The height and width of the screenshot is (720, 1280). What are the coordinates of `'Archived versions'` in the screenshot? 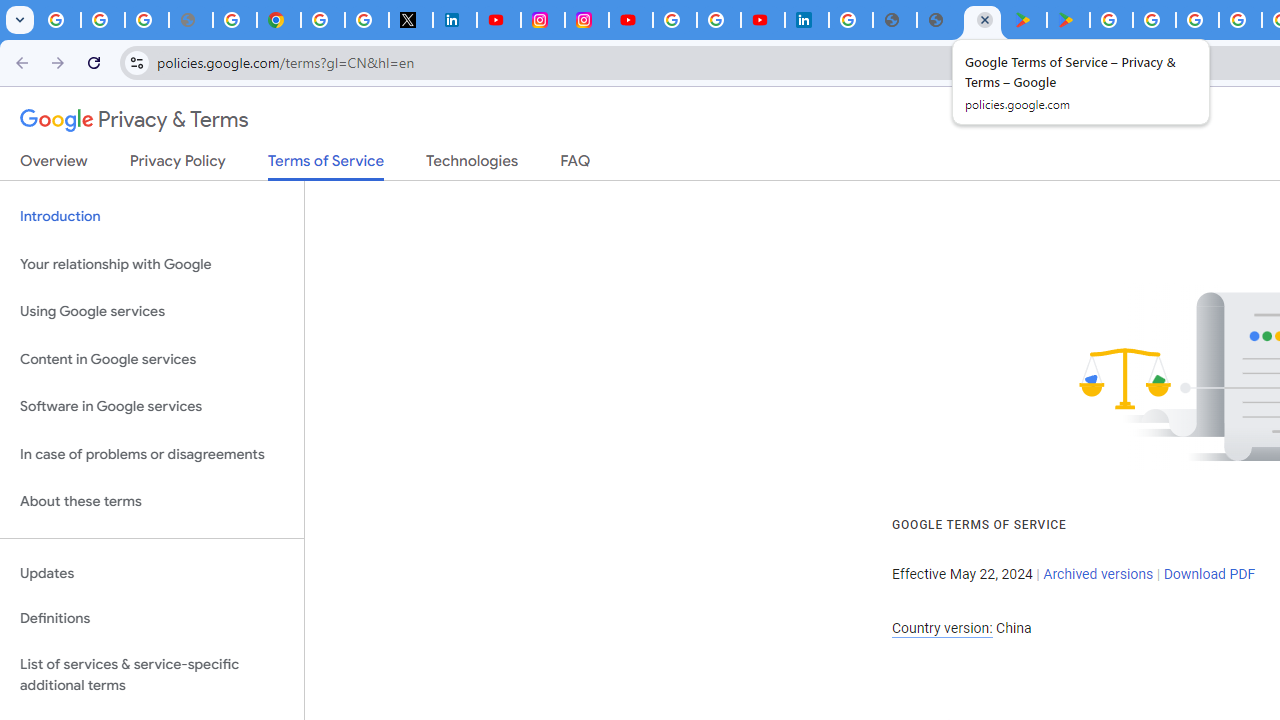 It's located at (1097, 574).